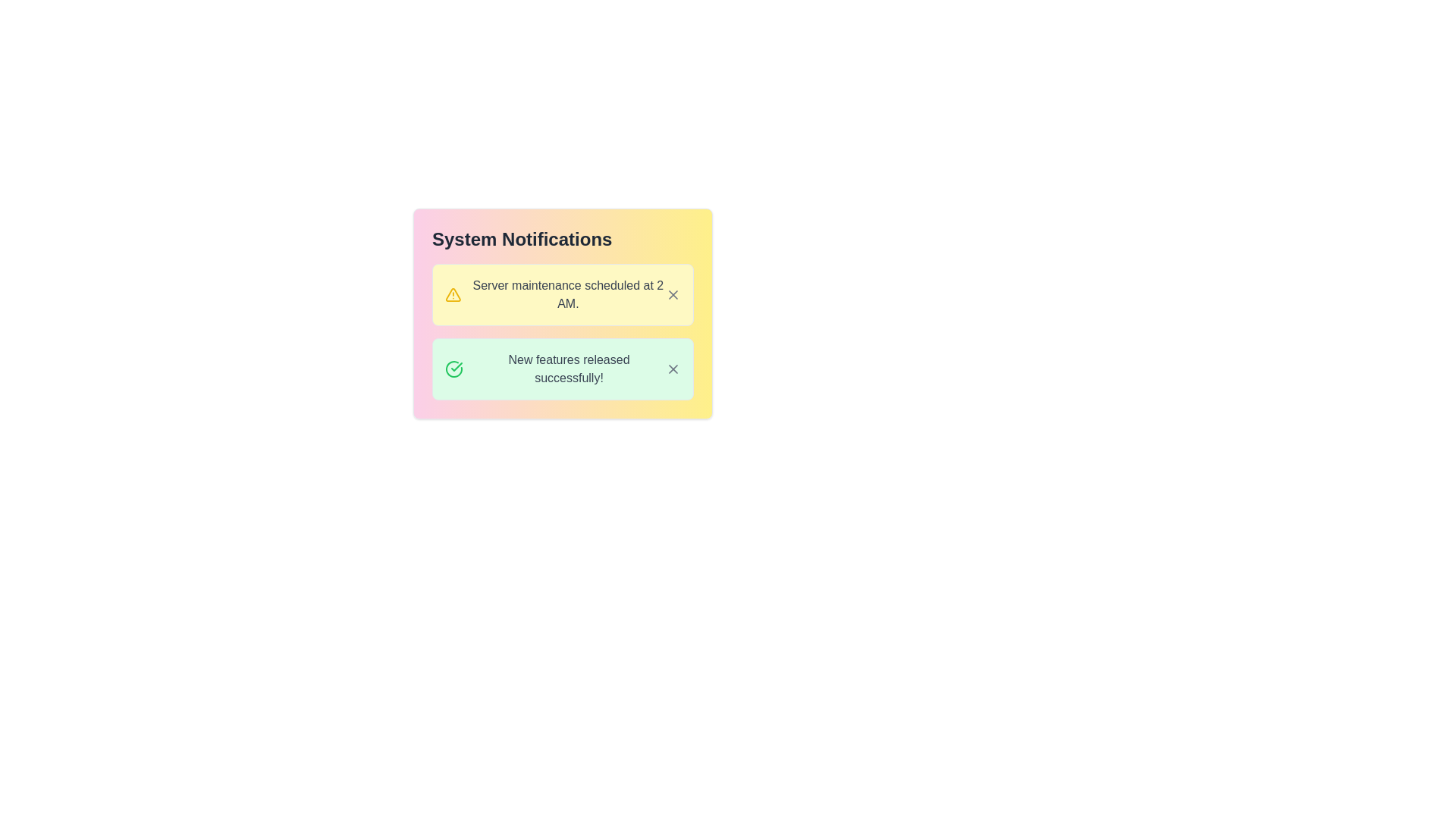  Describe the element at coordinates (567, 295) in the screenshot. I see `the informational text element stating 'Server maintenance scheduled at 2 AM.' which is displayed in gray font on a light yellow background, located below 'System Notifications'` at that location.